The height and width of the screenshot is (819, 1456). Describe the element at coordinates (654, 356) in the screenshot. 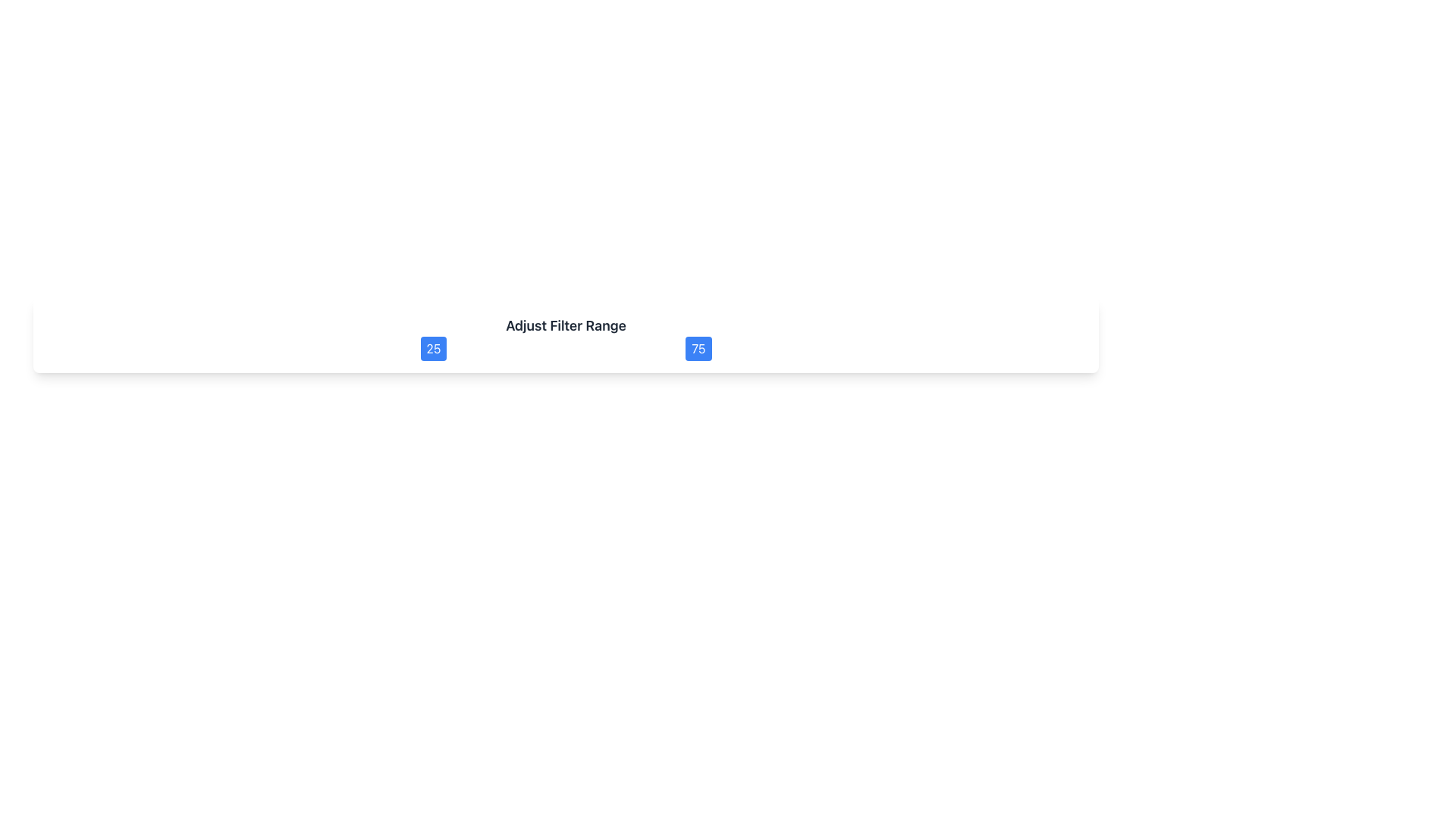

I see `slider value` at that location.